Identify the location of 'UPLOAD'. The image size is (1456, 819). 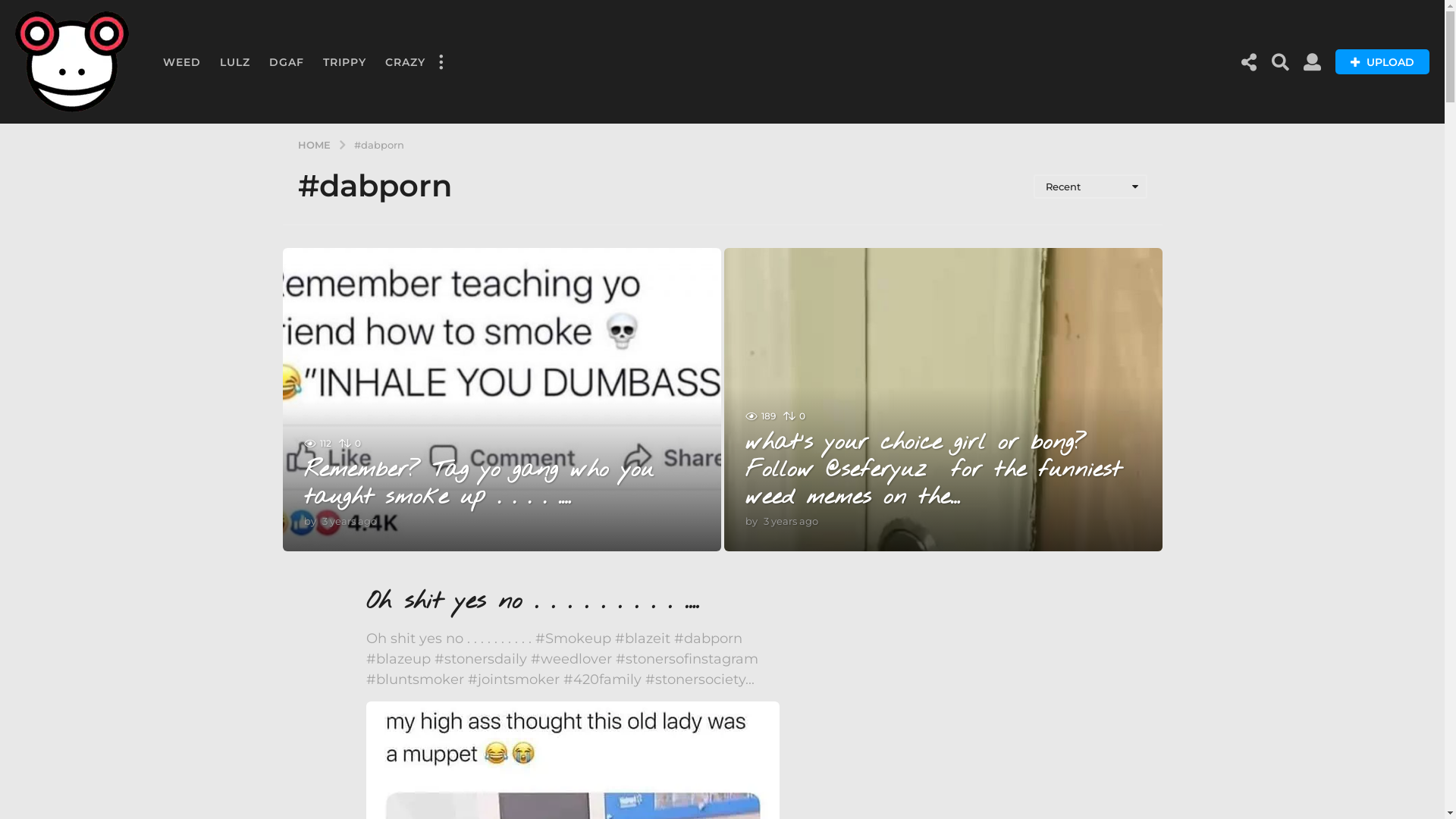
(1382, 61).